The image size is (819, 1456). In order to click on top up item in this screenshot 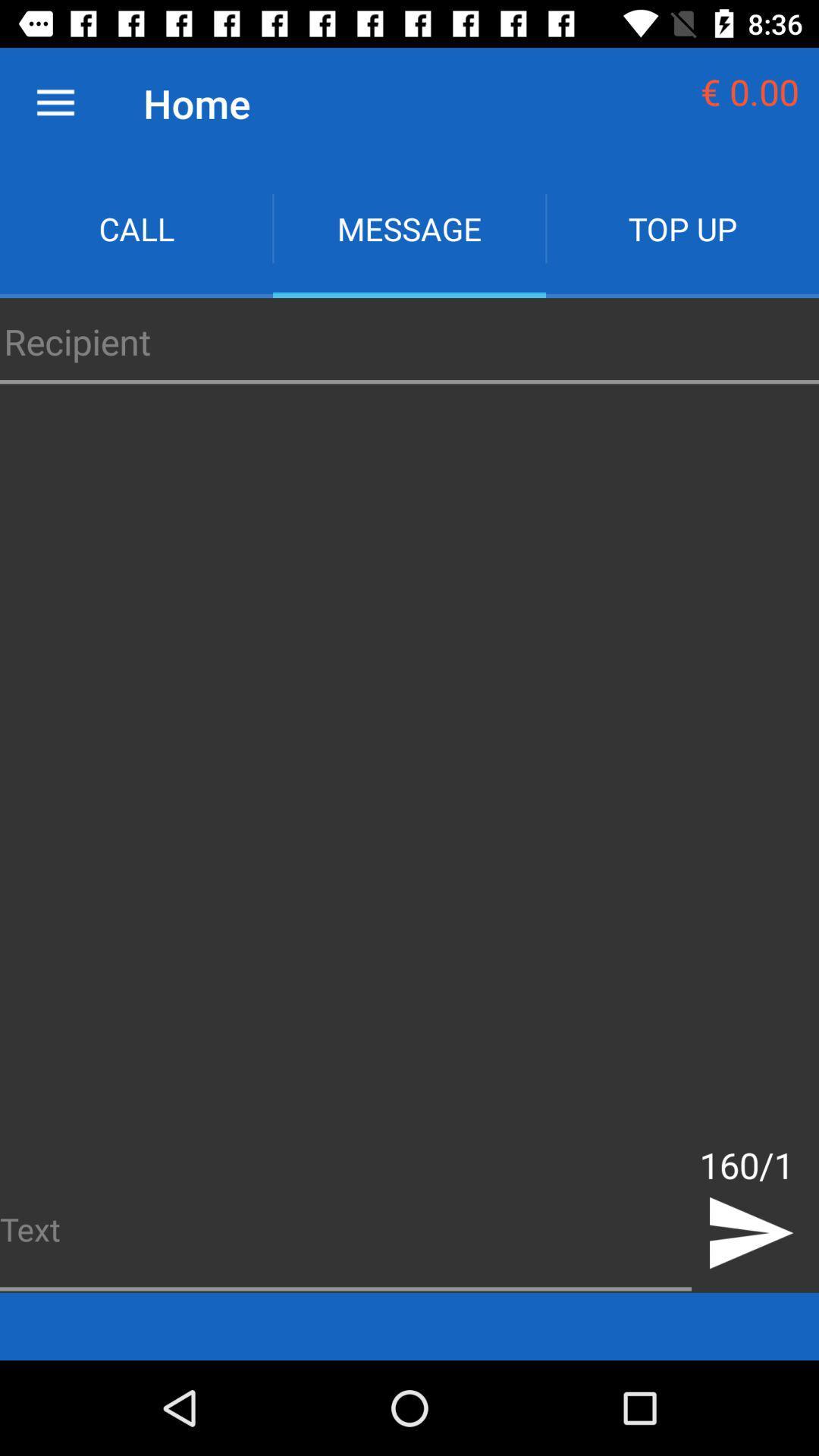, I will do `click(681, 227)`.